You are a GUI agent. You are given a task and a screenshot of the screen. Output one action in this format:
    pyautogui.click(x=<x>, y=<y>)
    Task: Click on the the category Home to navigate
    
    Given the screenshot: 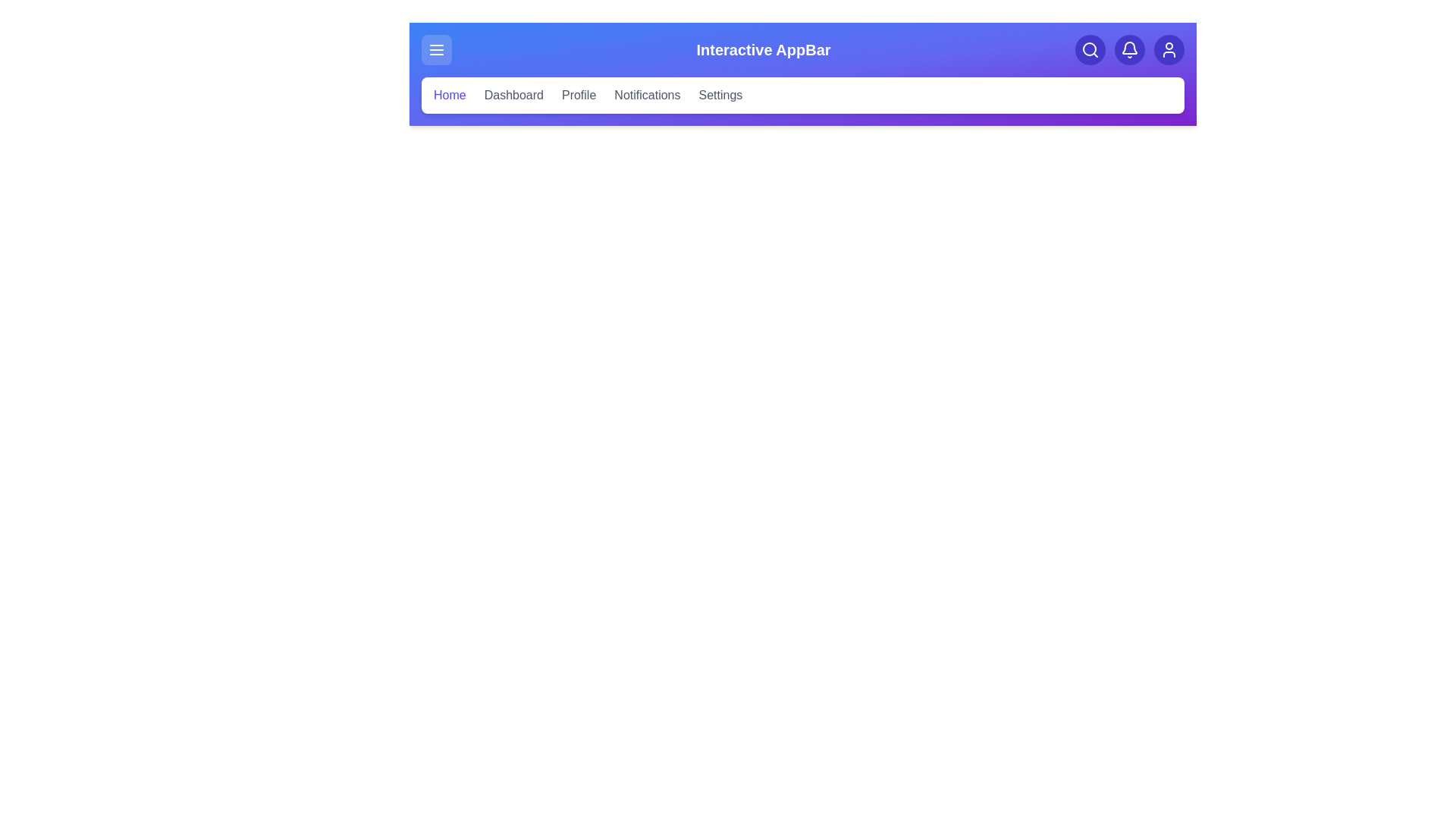 What is the action you would take?
    pyautogui.click(x=449, y=96)
    